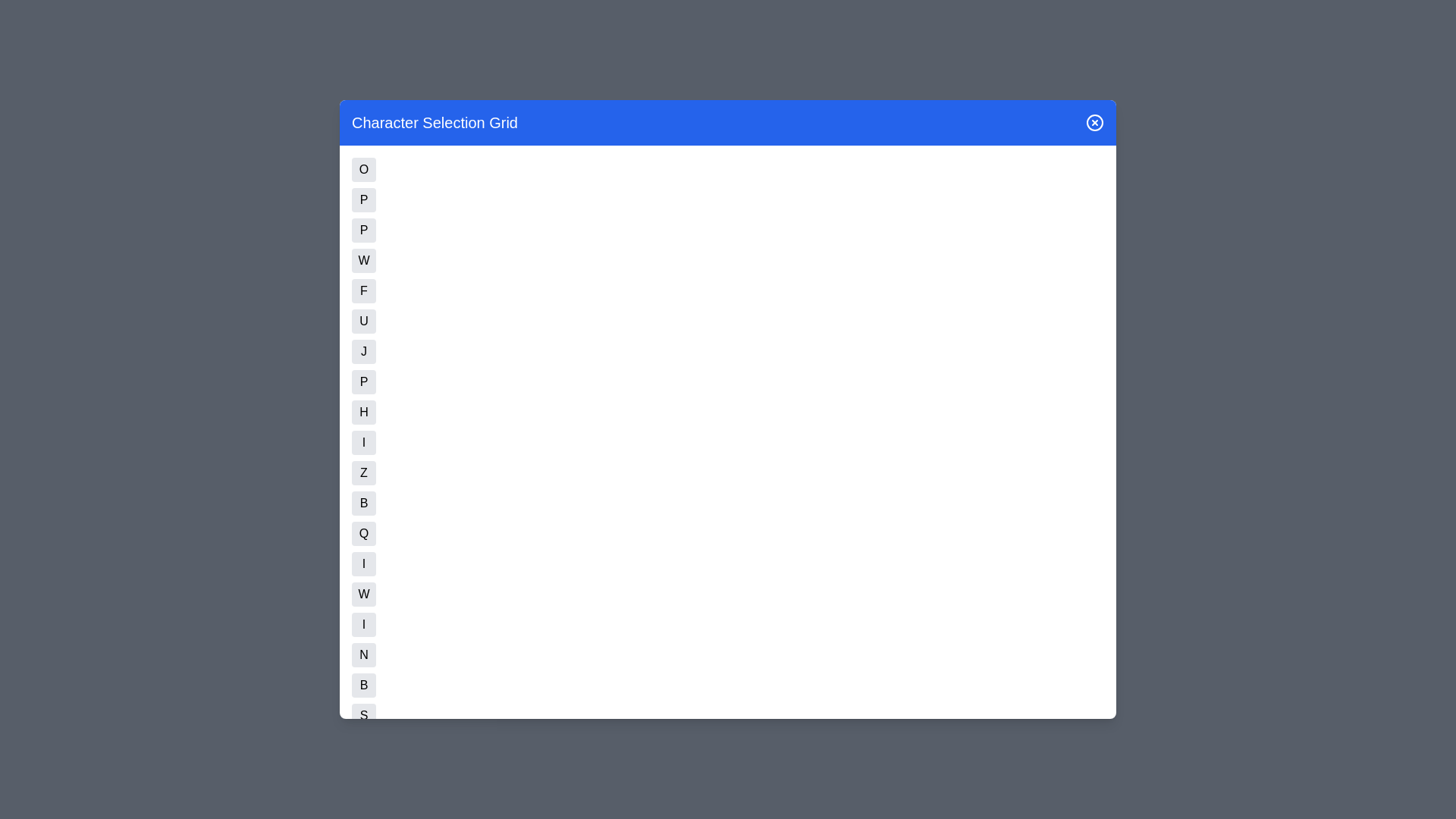  What do you see at coordinates (364, 321) in the screenshot?
I see `the button corresponding to character U` at bounding box center [364, 321].